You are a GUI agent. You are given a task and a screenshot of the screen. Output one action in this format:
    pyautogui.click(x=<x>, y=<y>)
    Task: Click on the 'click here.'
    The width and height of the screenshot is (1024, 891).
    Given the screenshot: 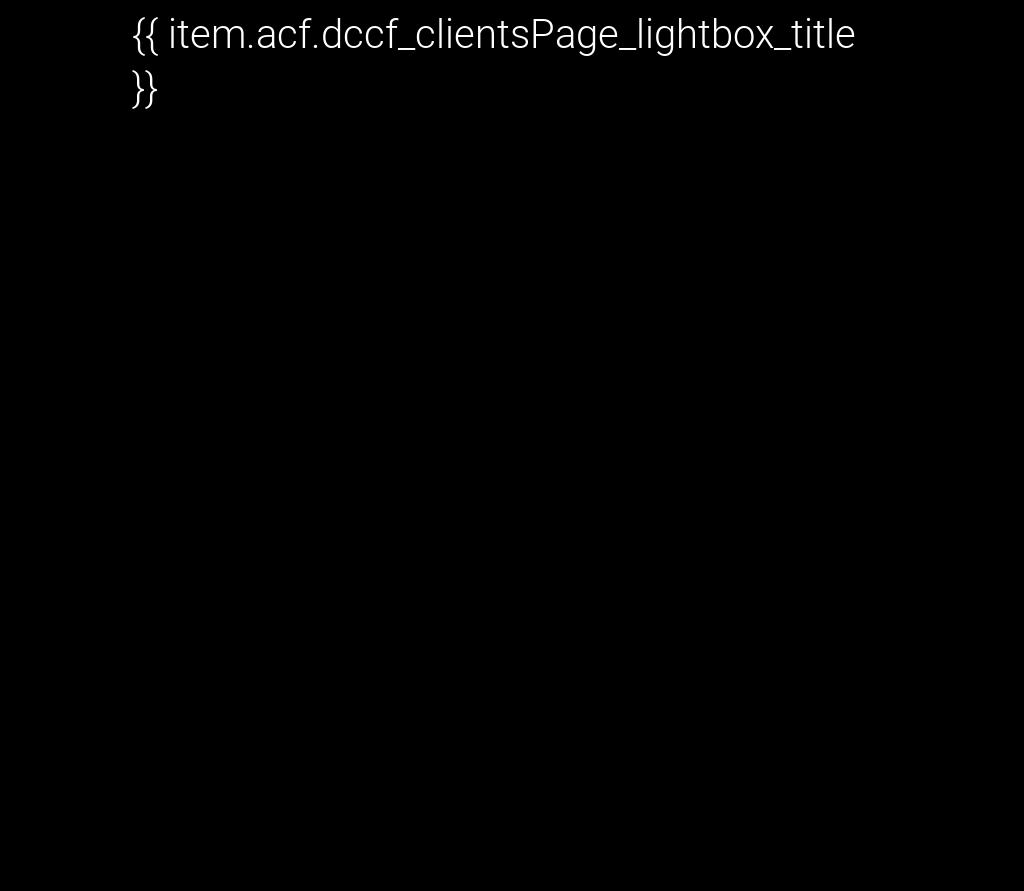 What is the action you would take?
    pyautogui.click(x=348, y=440)
    